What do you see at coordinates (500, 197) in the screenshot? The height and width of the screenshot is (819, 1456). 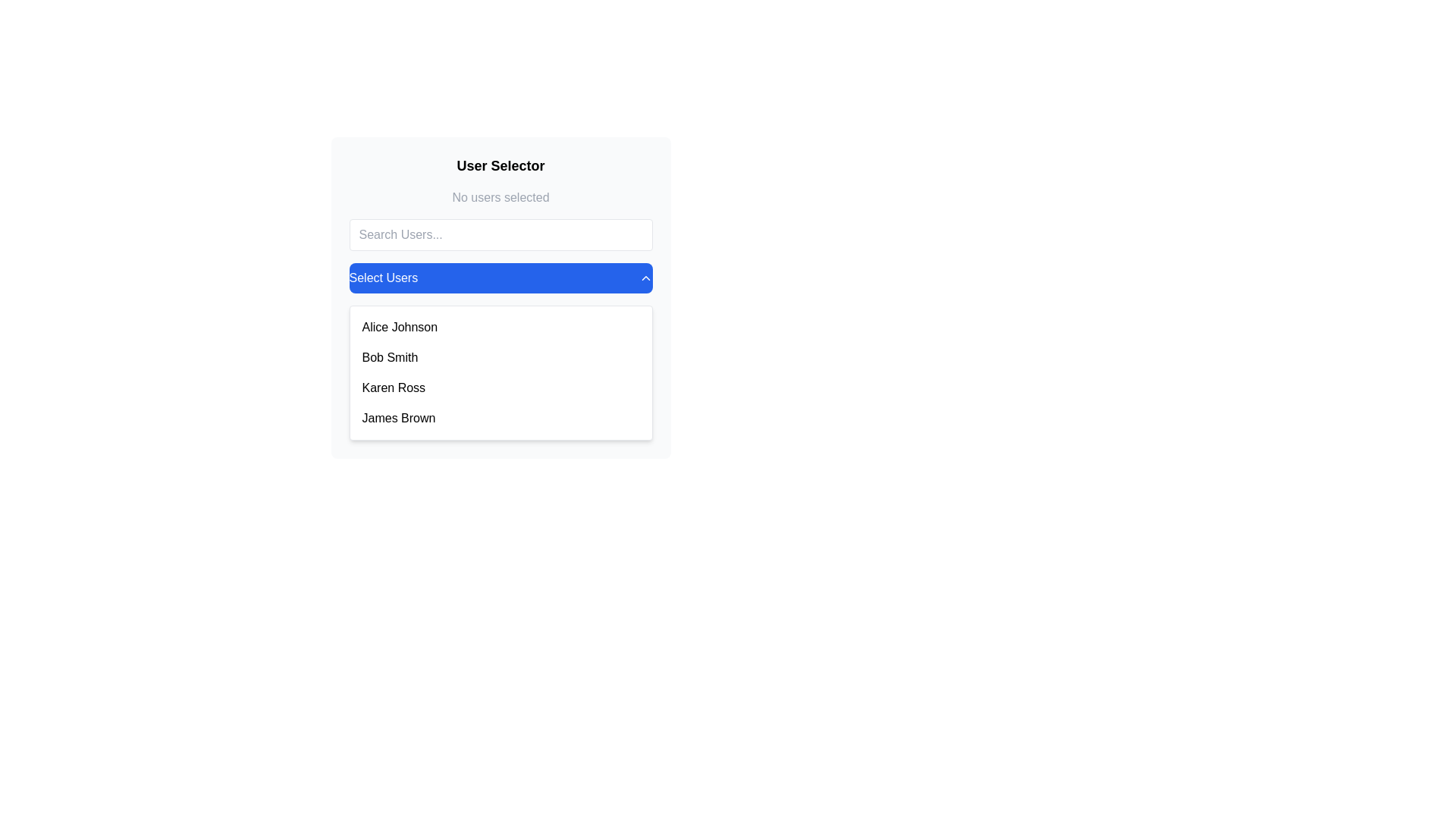 I see `the Static Text Label that reads 'No users selected', which is styled with a gray font and is located below the 'User Selector' header` at bounding box center [500, 197].